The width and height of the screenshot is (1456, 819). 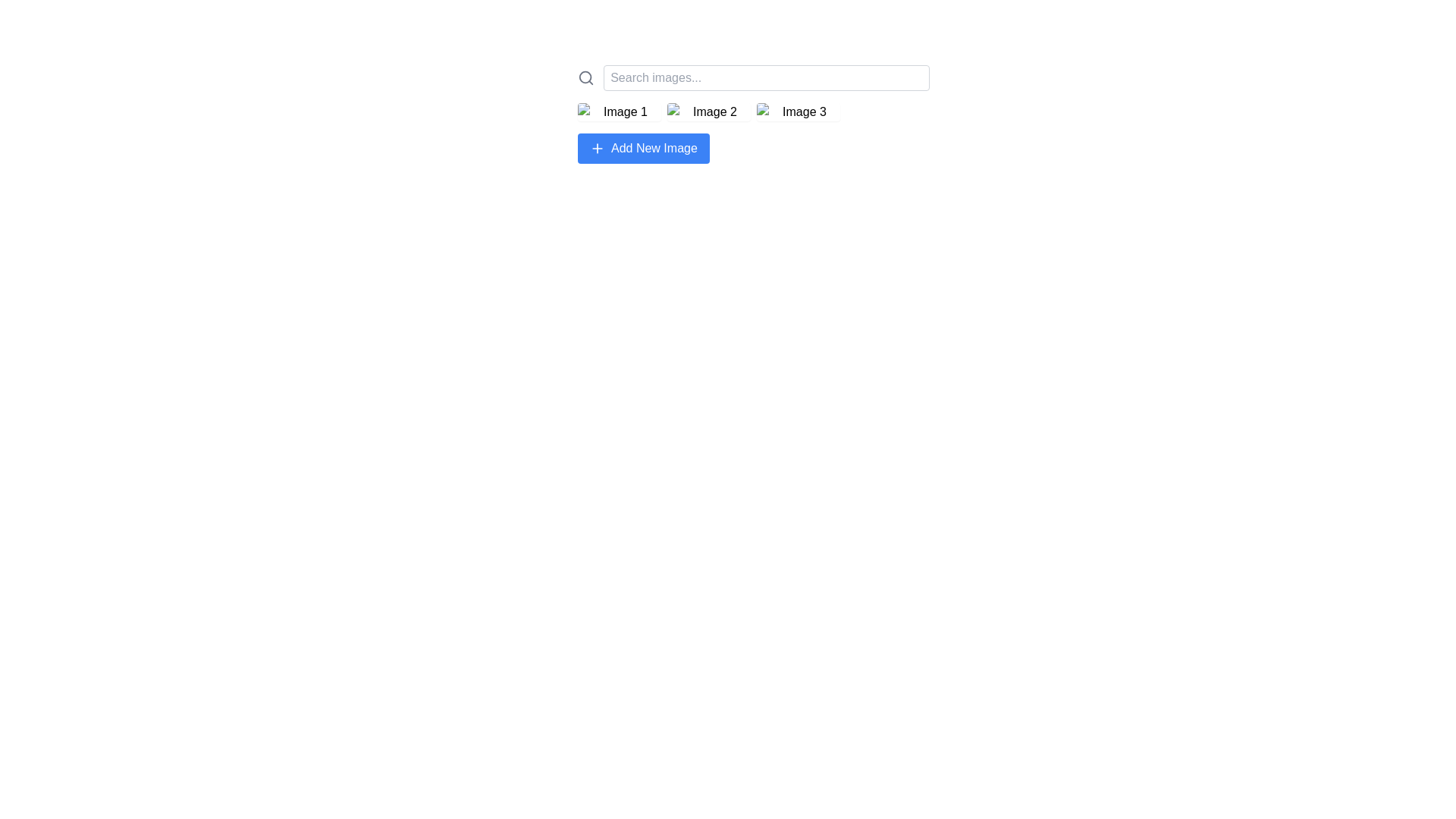 What do you see at coordinates (753, 111) in the screenshot?
I see `the Grid Layout displaying selectable items 'Image 1', 'Image 2', and 'Image 3'` at bounding box center [753, 111].